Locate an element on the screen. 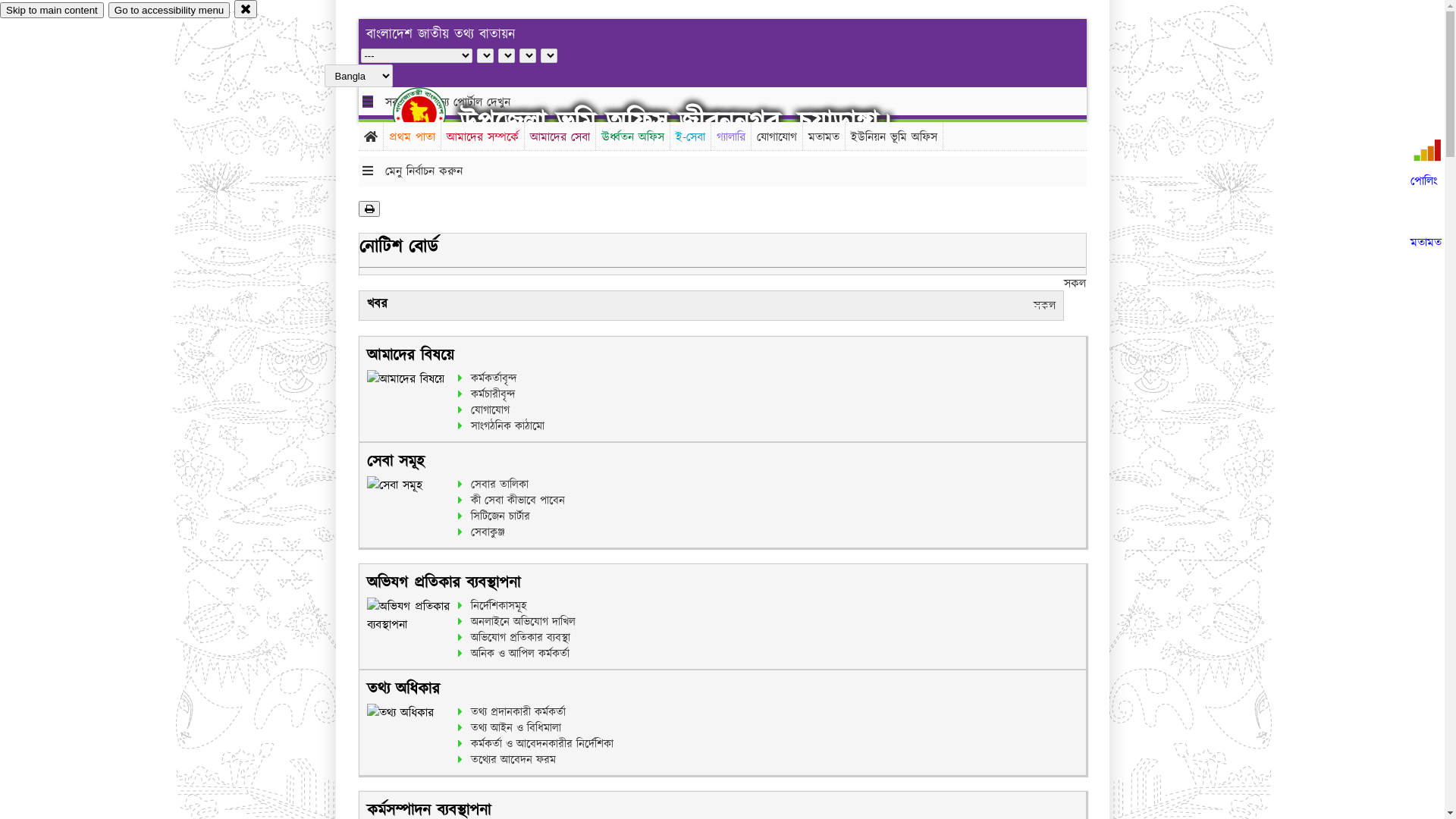 The image size is (1456, 819). ' is located at coordinates (431, 112).